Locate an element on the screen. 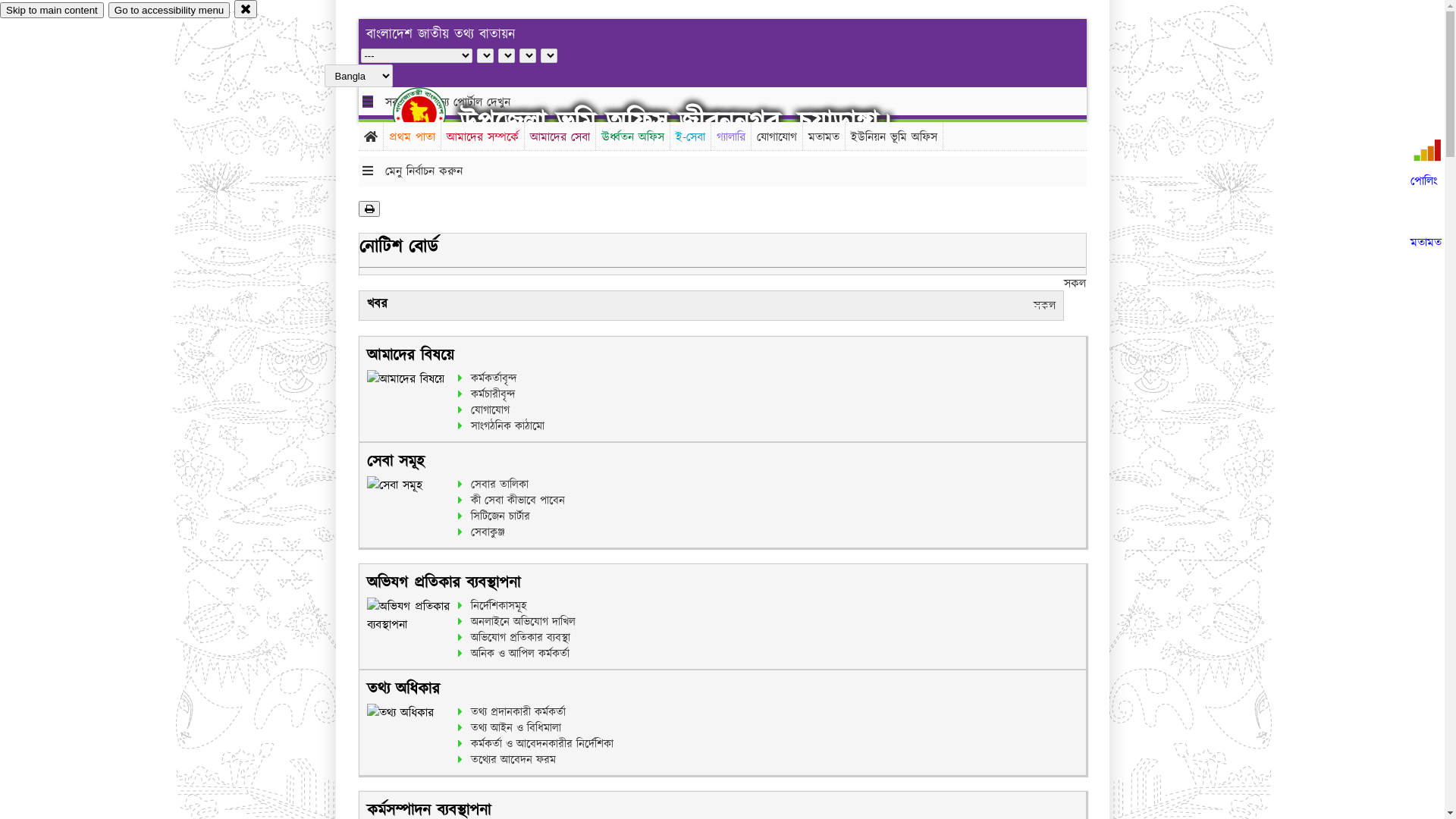 The image size is (1456, 819). ' is located at coordinates (431, 112).